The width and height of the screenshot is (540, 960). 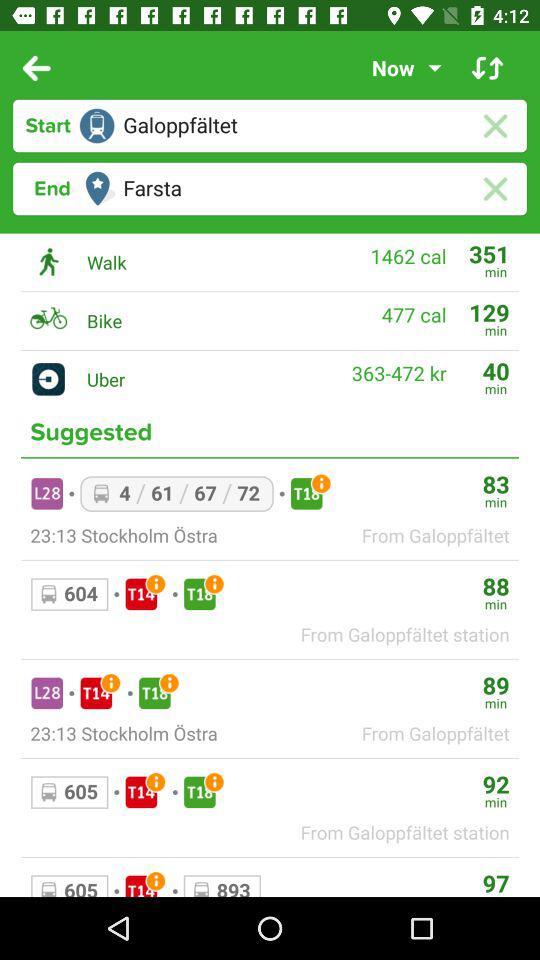 What do you see at coordinates (494, 125) in the screenshot?
I see `erase location` at bounding box center [494, 125].